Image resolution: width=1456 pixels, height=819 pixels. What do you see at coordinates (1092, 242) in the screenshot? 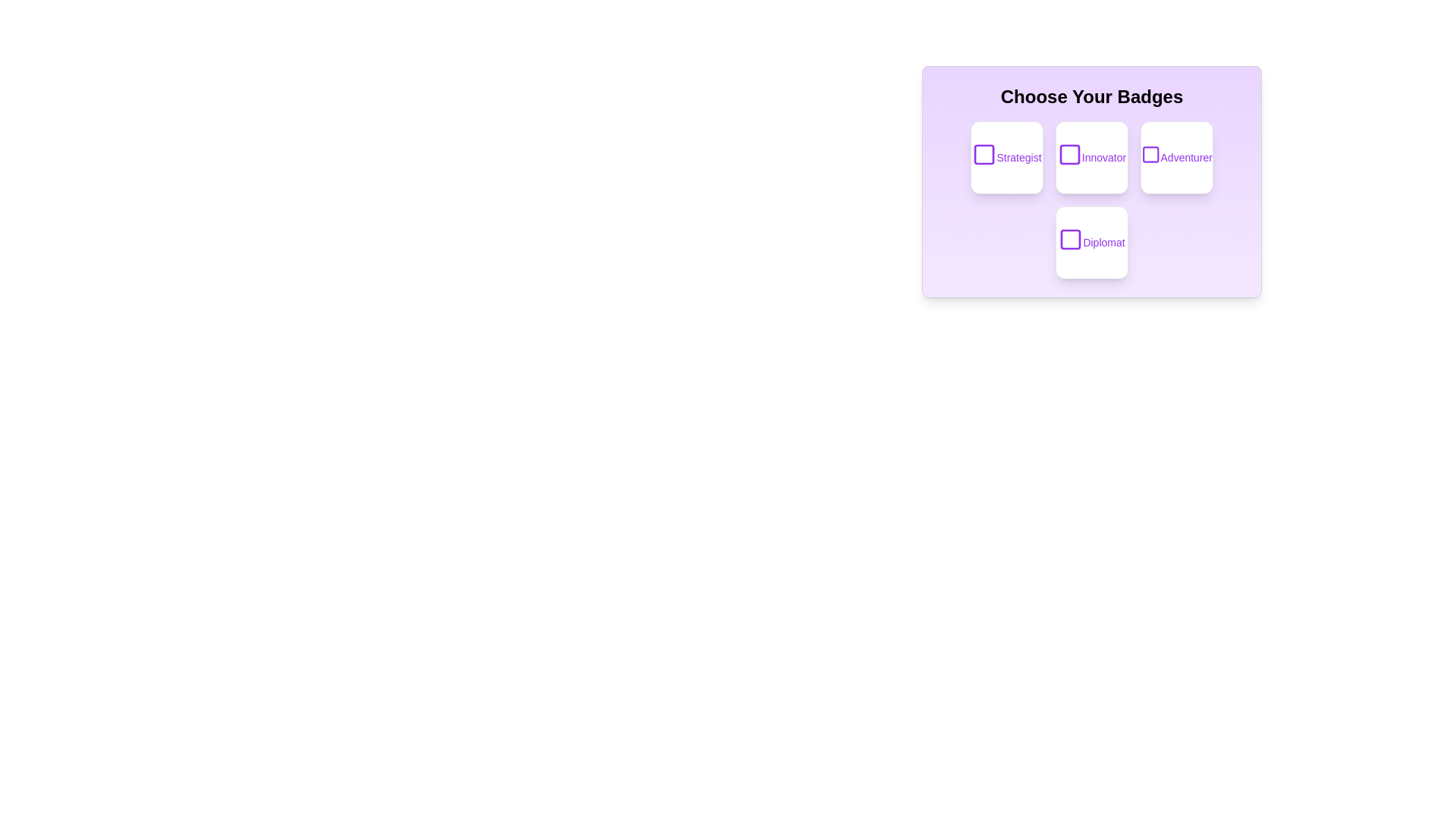
I see `the badge labeled 'Diplomat'` at bounding box center [1092, 242].